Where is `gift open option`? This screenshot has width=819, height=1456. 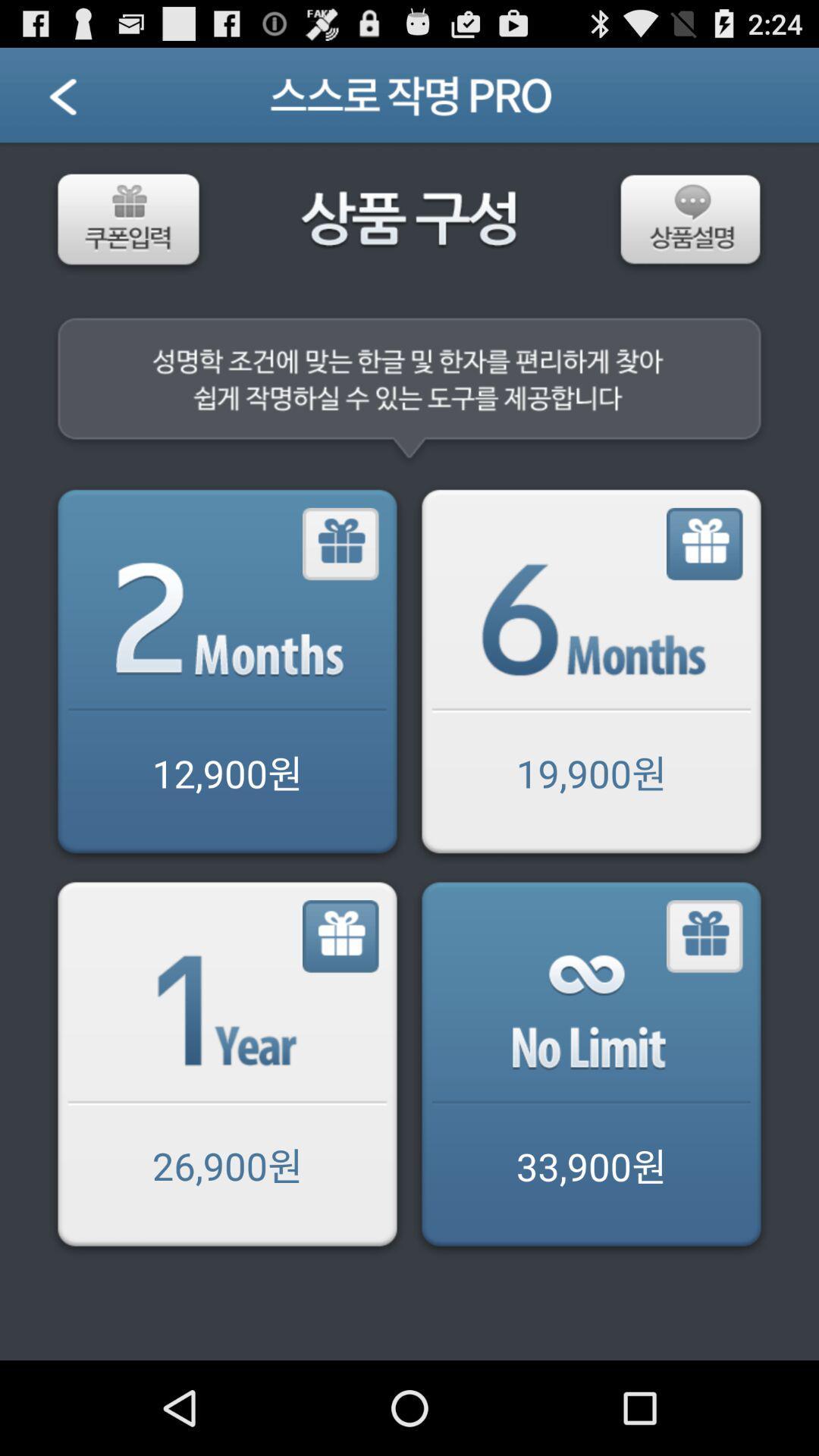
gift open option is located at coordinates (341, 936).